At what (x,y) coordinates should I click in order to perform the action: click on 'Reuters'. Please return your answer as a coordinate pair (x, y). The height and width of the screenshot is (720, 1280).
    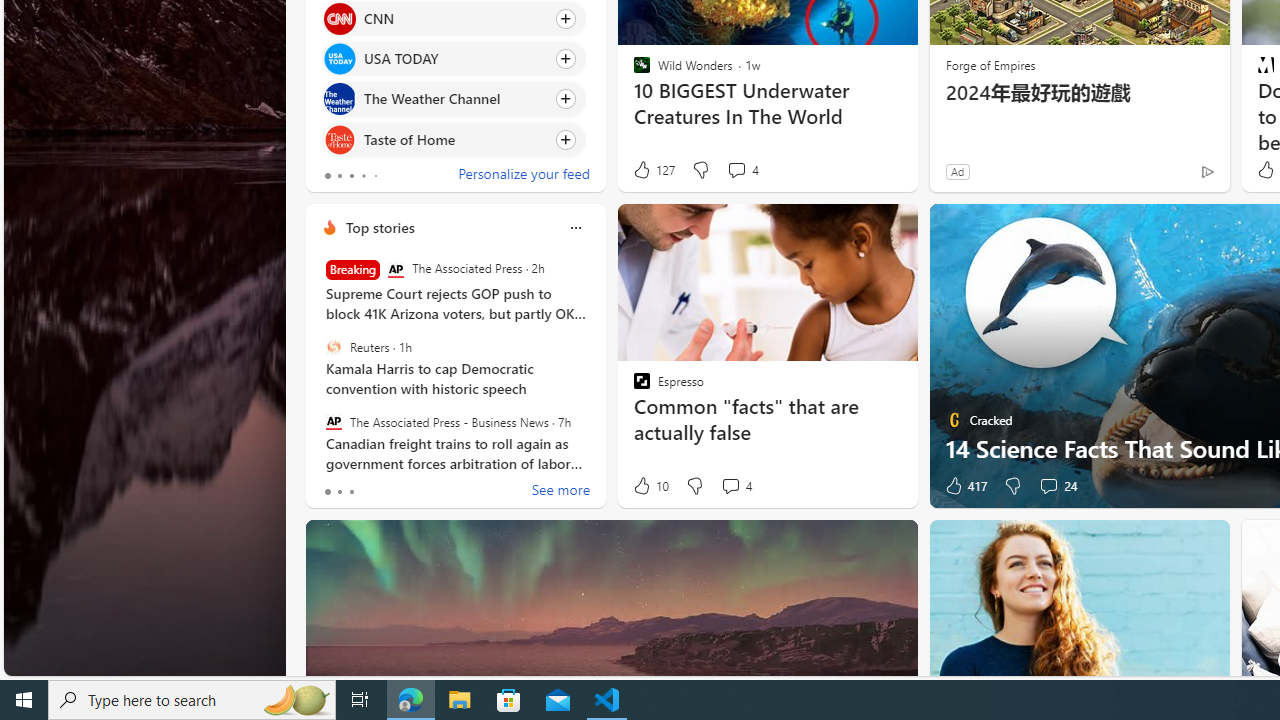
    Looking at the image, I should click on (333, 346).